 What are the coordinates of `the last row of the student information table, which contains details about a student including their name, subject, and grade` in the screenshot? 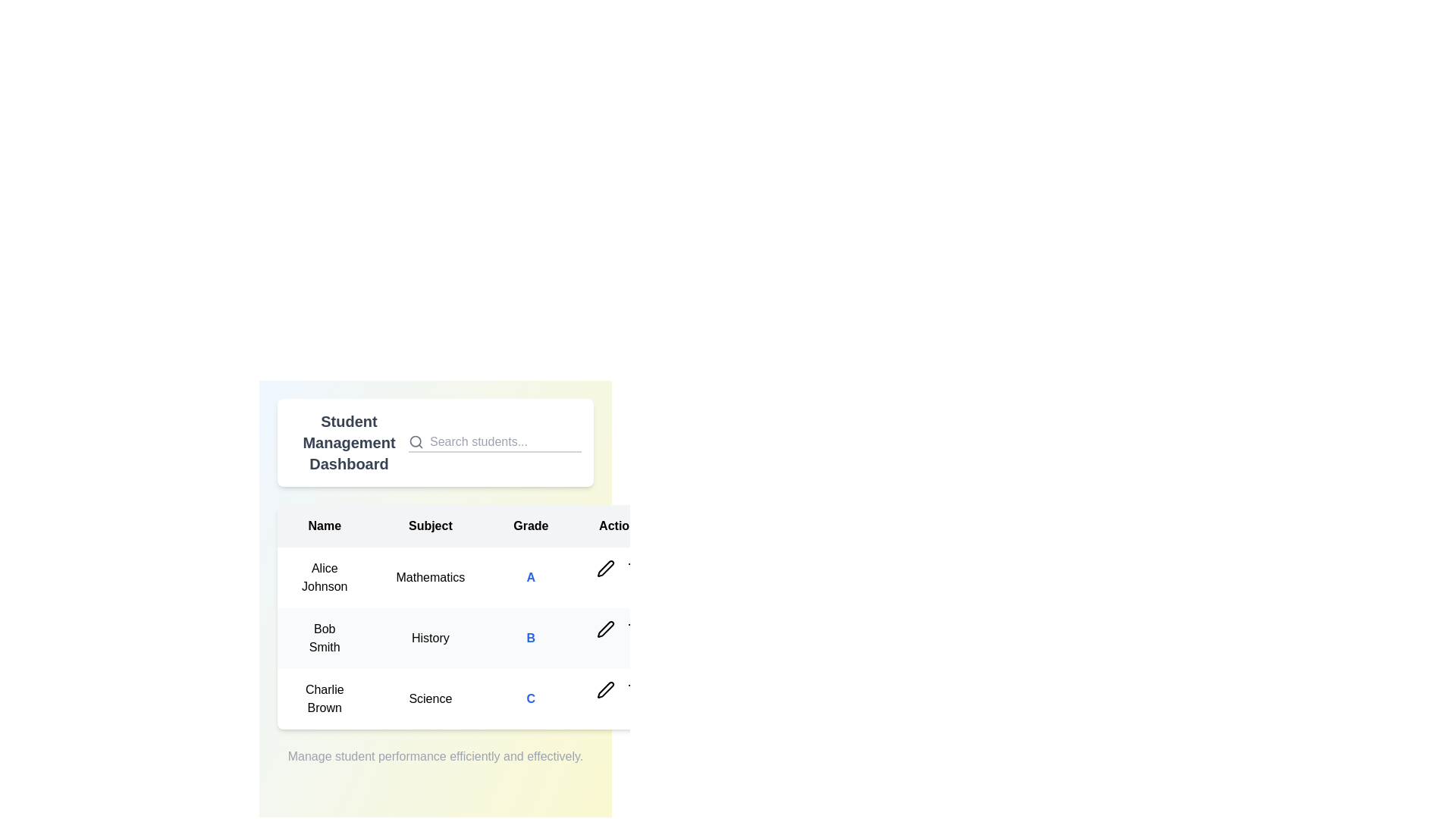 It's located at (472, 698).